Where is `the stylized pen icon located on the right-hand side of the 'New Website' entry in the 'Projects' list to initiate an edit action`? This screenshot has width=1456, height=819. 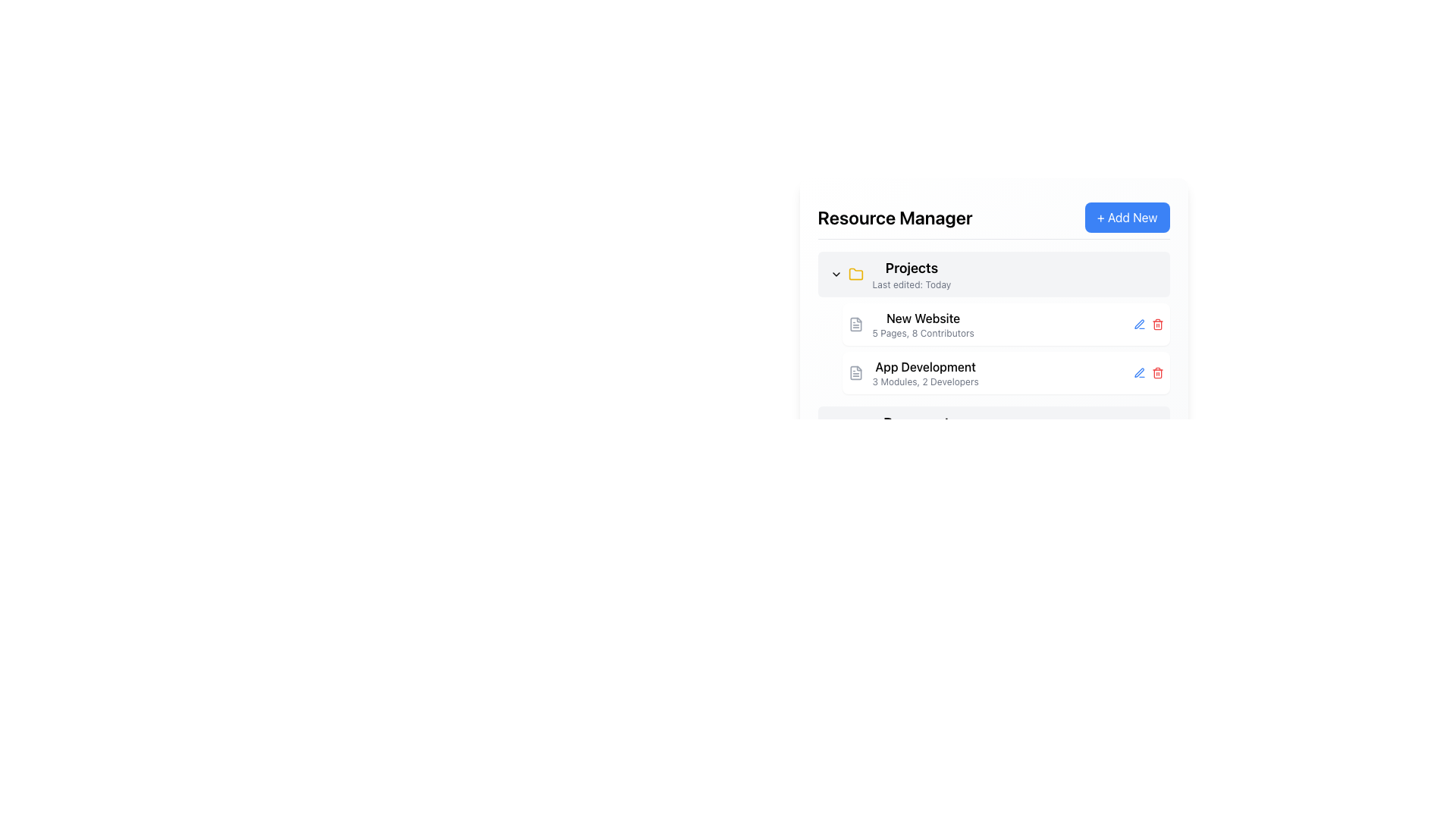 the stylized pen icon located on the right-hand side of the 'New Website' entry in the 'Projects' list to initiate an edit action is located at coordinates (1139, 372).